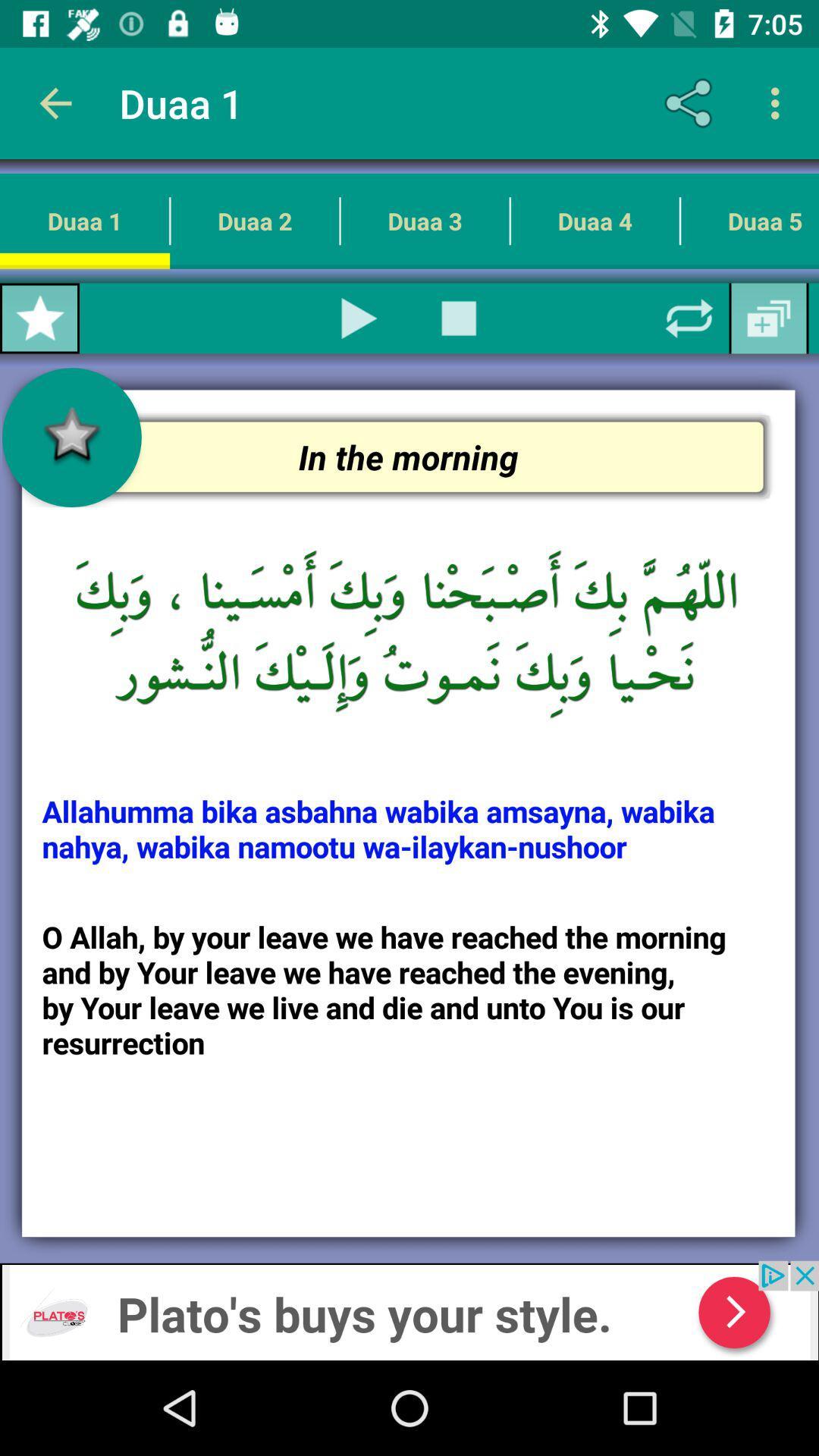 The height and width of the screenshot is (1456, 819). Describe the element at coordinates (359, 318) in the screenshot. I see `the item next to duaa 1` at that location.